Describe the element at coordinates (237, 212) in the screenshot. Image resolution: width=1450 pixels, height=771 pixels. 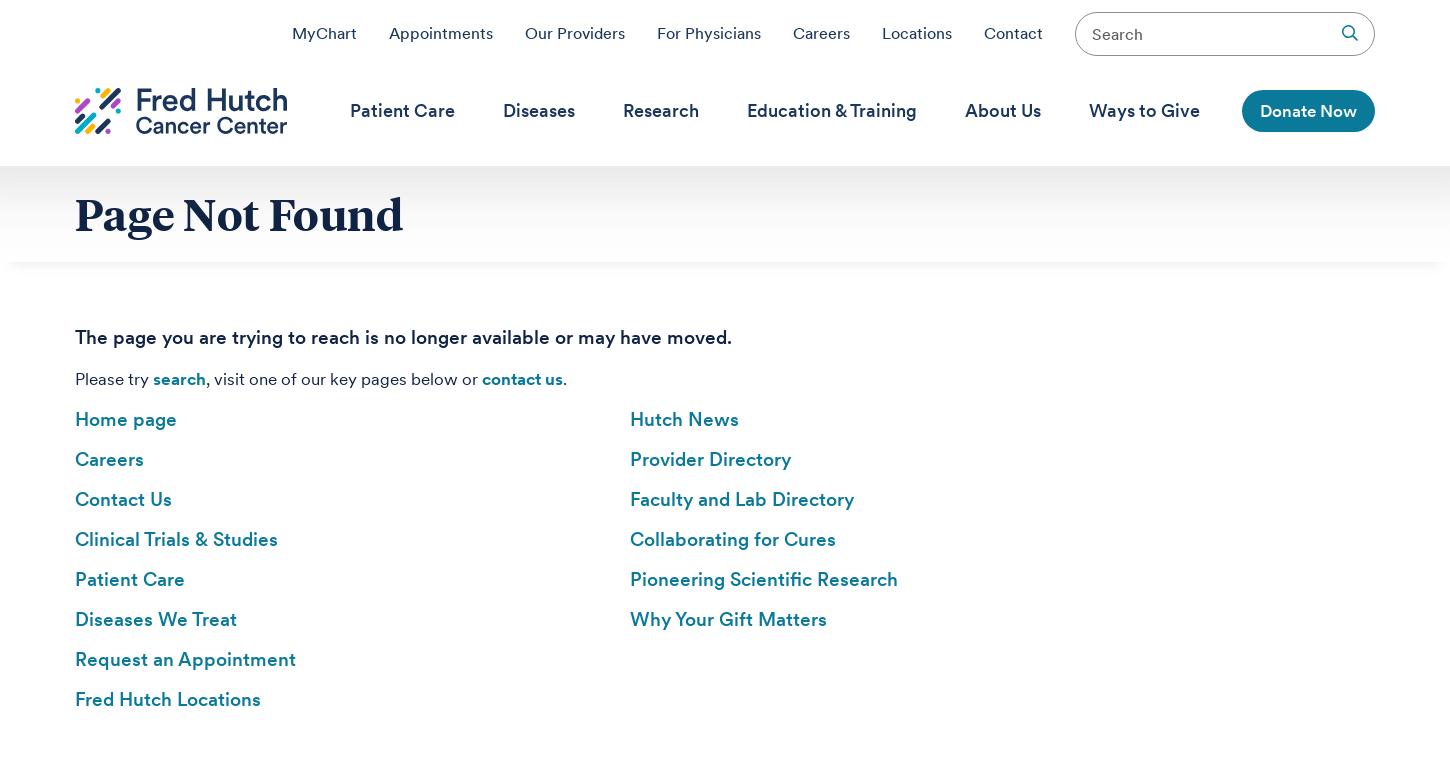
I see `'Page Not Found'` at that location.